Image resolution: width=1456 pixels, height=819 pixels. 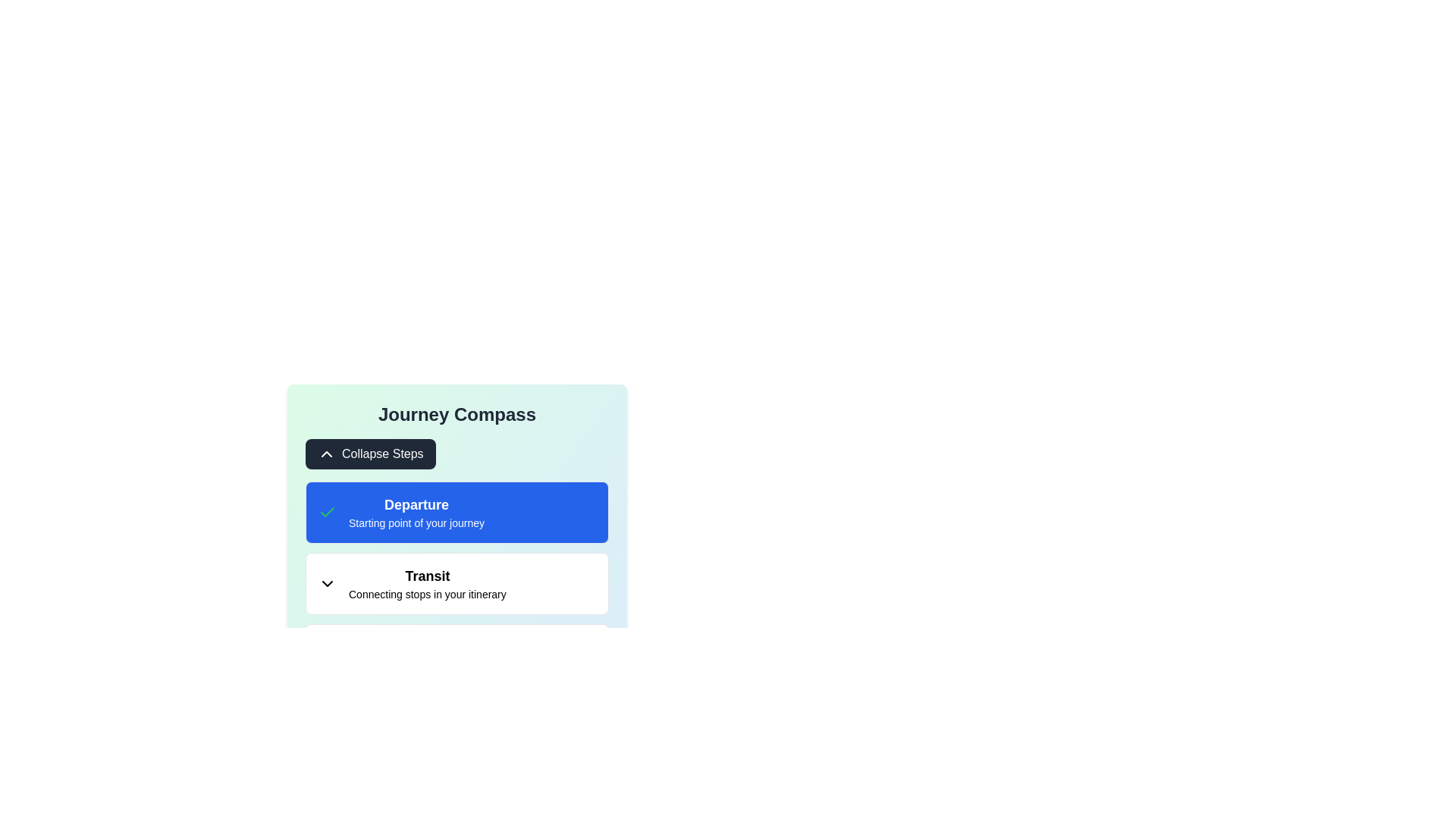 What do you see at coordinates (370, 453) in the screenshot?
I see `the 'Collapse Steps' button` at bounding box center [370, 453].